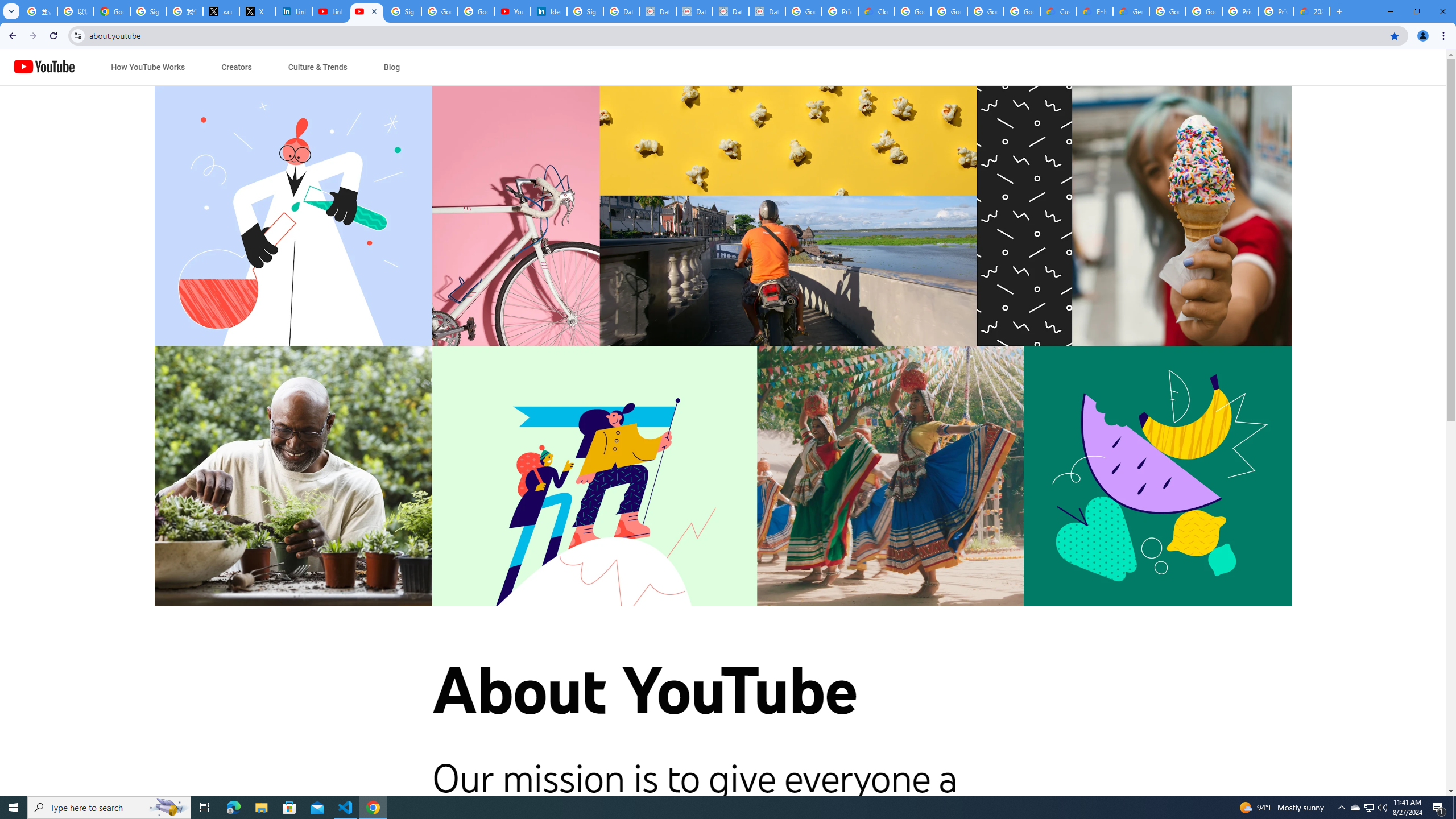  Describe the element at coordinates (1058, 11) in the screenshot. I see `'Customer Care | Google Cloud'` at that location.